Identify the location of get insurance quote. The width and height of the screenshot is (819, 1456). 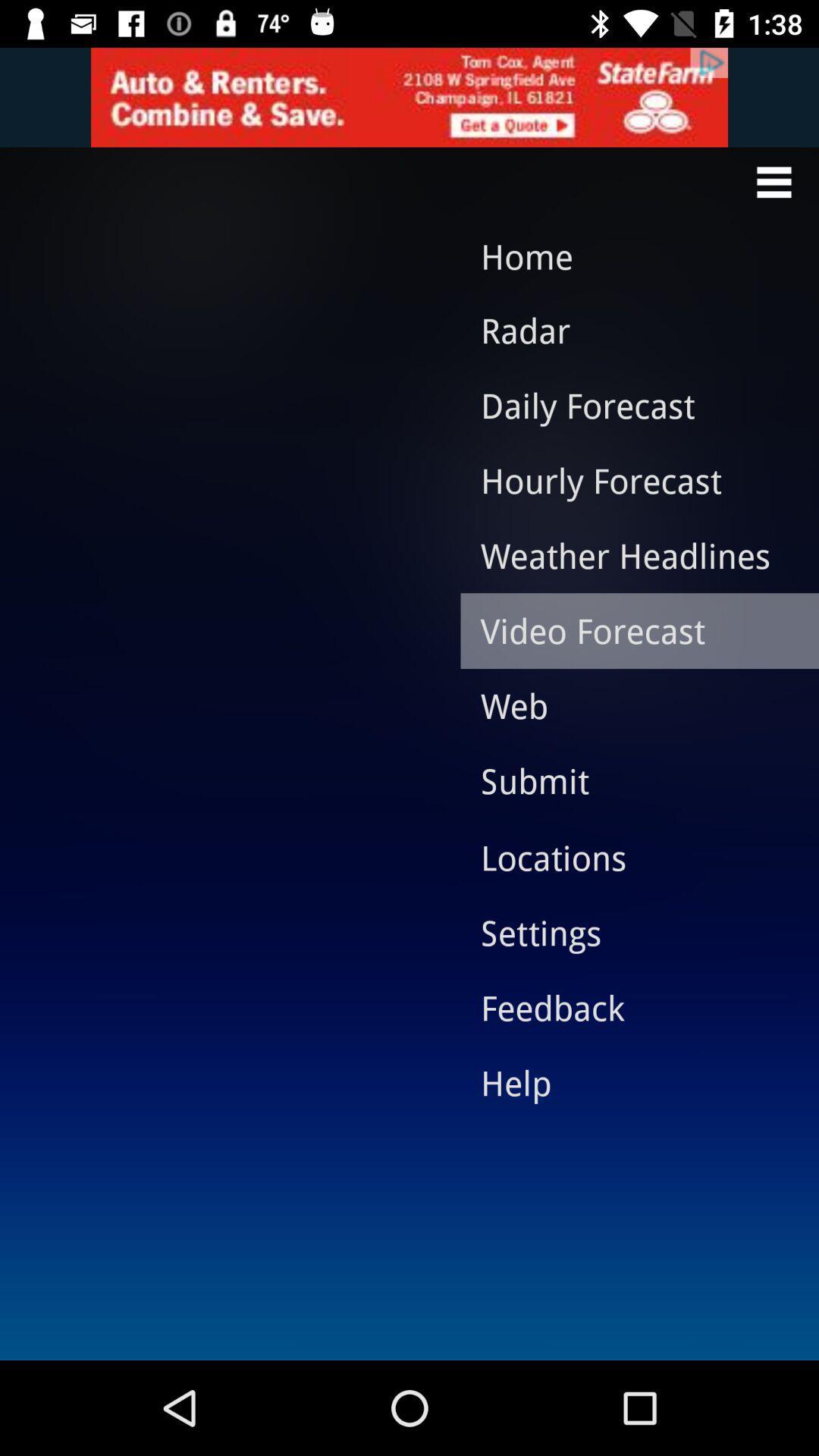
(409, 96).